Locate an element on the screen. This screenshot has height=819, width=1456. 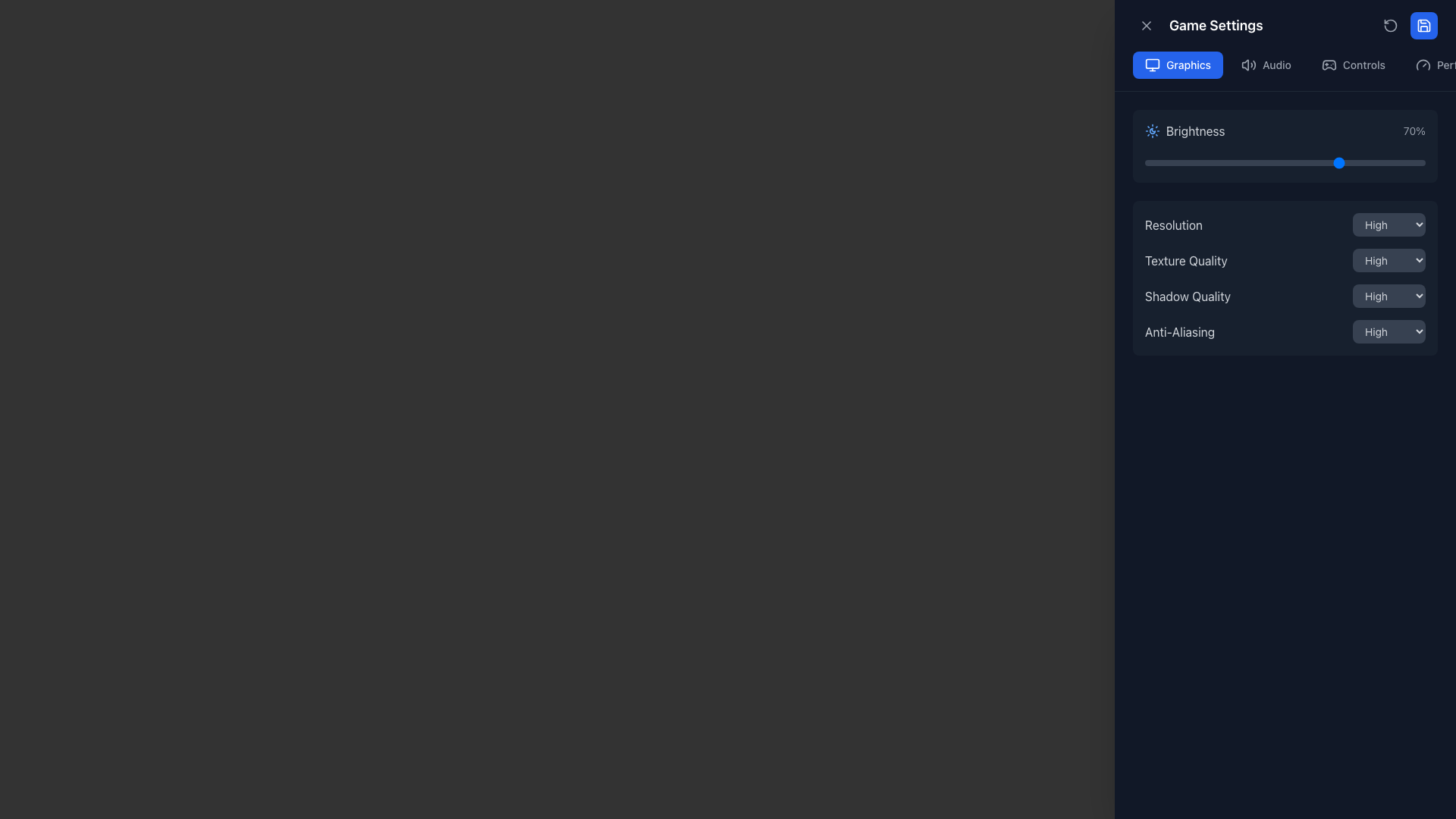
the button labeled 'Graphics' which contains the SVG-based icon for navigating to the Graphics settings section is located at coordinates (1153, 64).